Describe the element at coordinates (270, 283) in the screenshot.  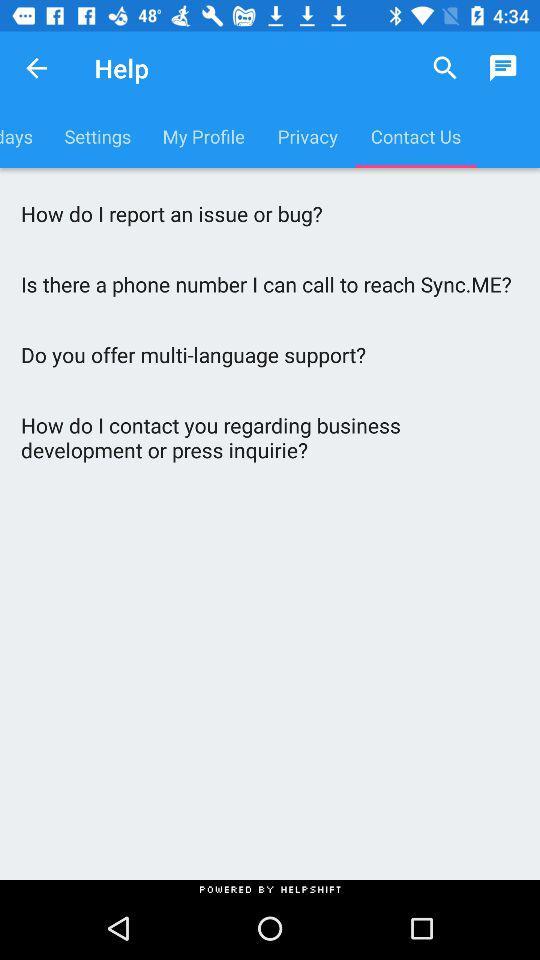
I see `item above do you offer icon` at that location.